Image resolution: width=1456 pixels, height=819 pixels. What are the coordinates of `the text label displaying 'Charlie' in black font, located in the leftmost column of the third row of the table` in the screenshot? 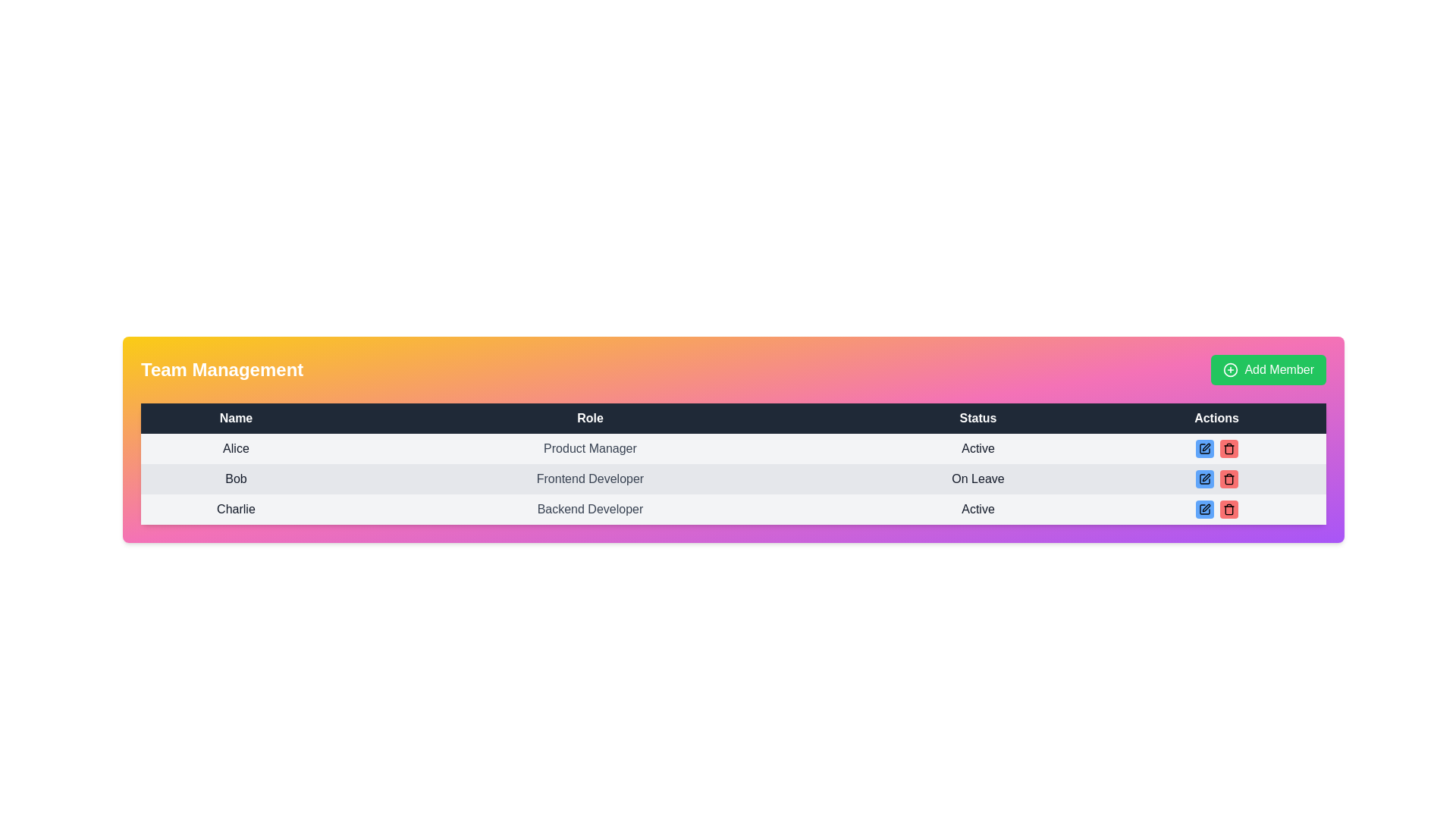 It's located at (235, 509).